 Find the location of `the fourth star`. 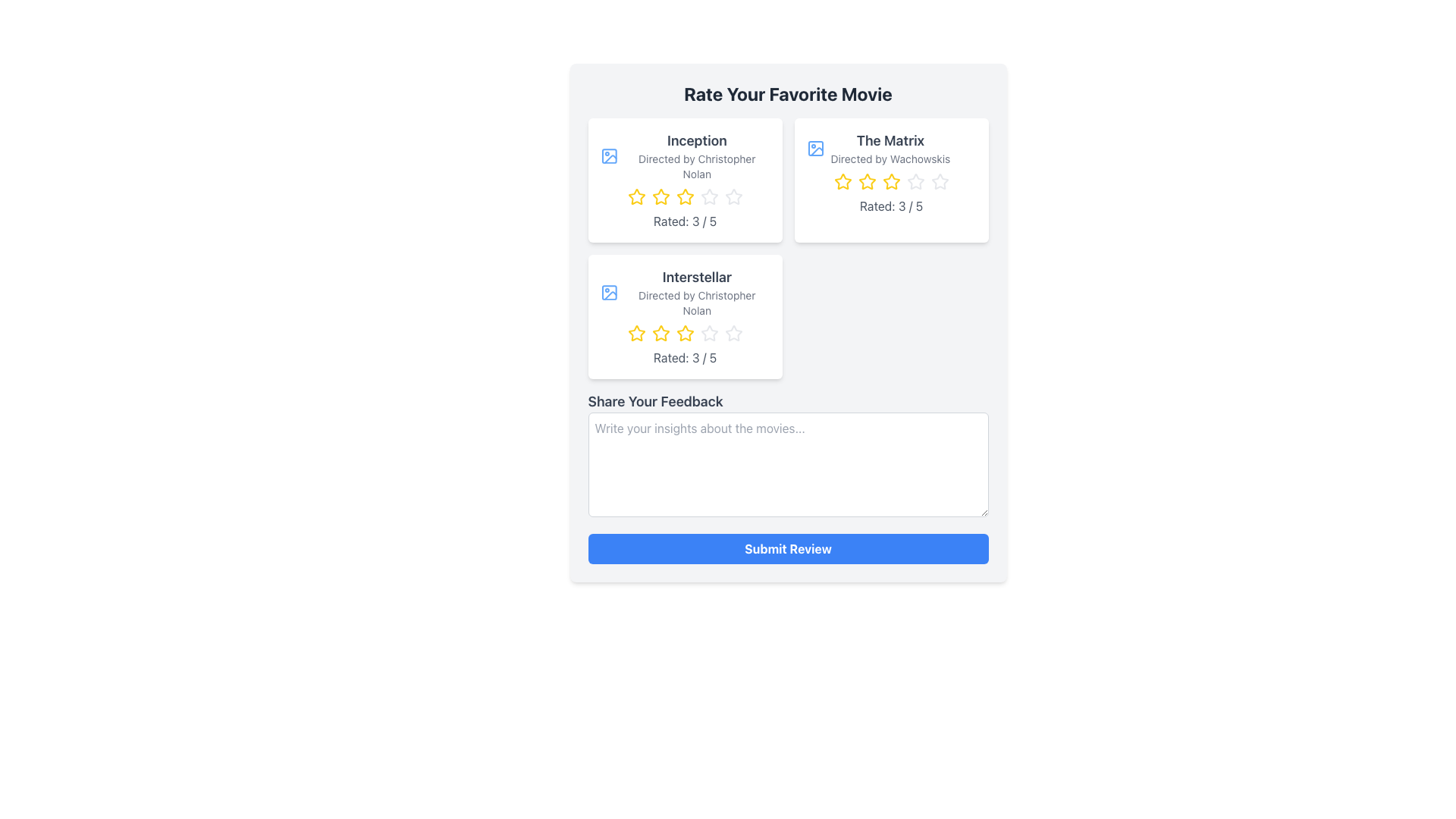

the fourth star is located at coordinates (733, 332).